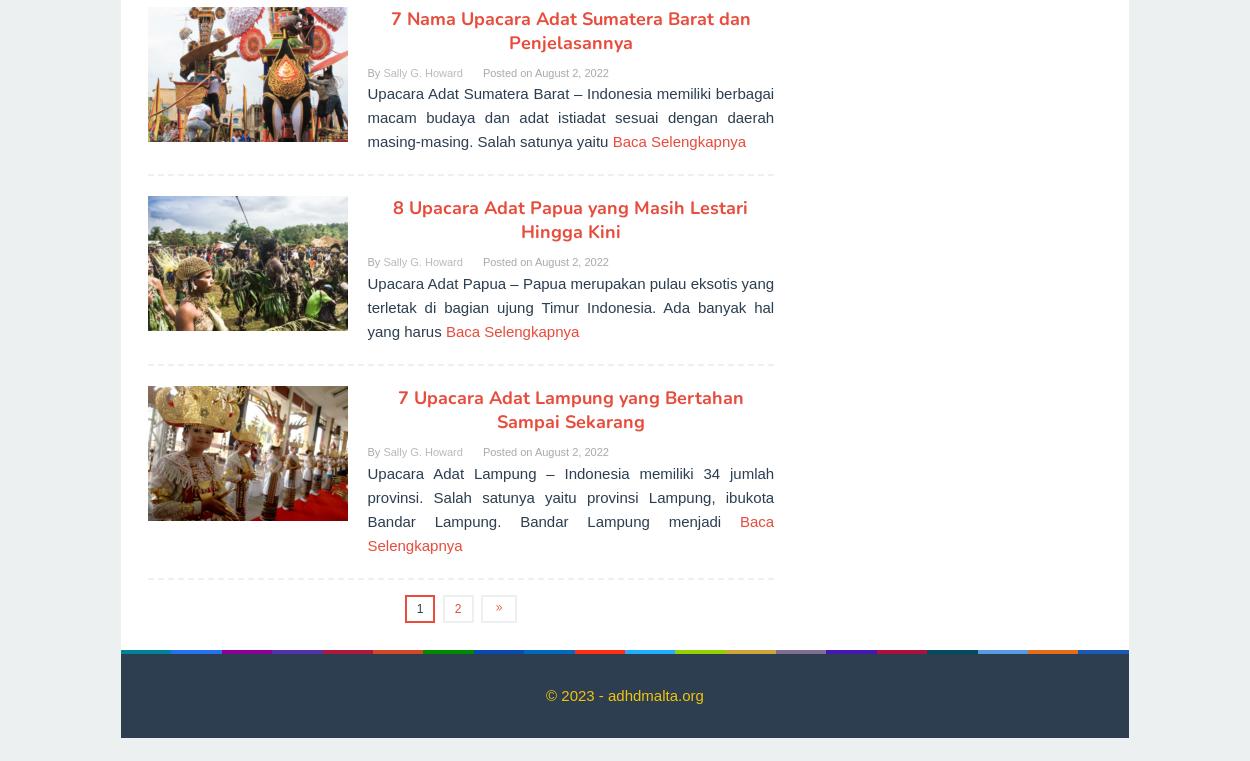  What do you see at coordinates (546, 695) in the screenshot?
I see `'© 2023 - adhdmalta.org'` at bounding box center [546, 695].